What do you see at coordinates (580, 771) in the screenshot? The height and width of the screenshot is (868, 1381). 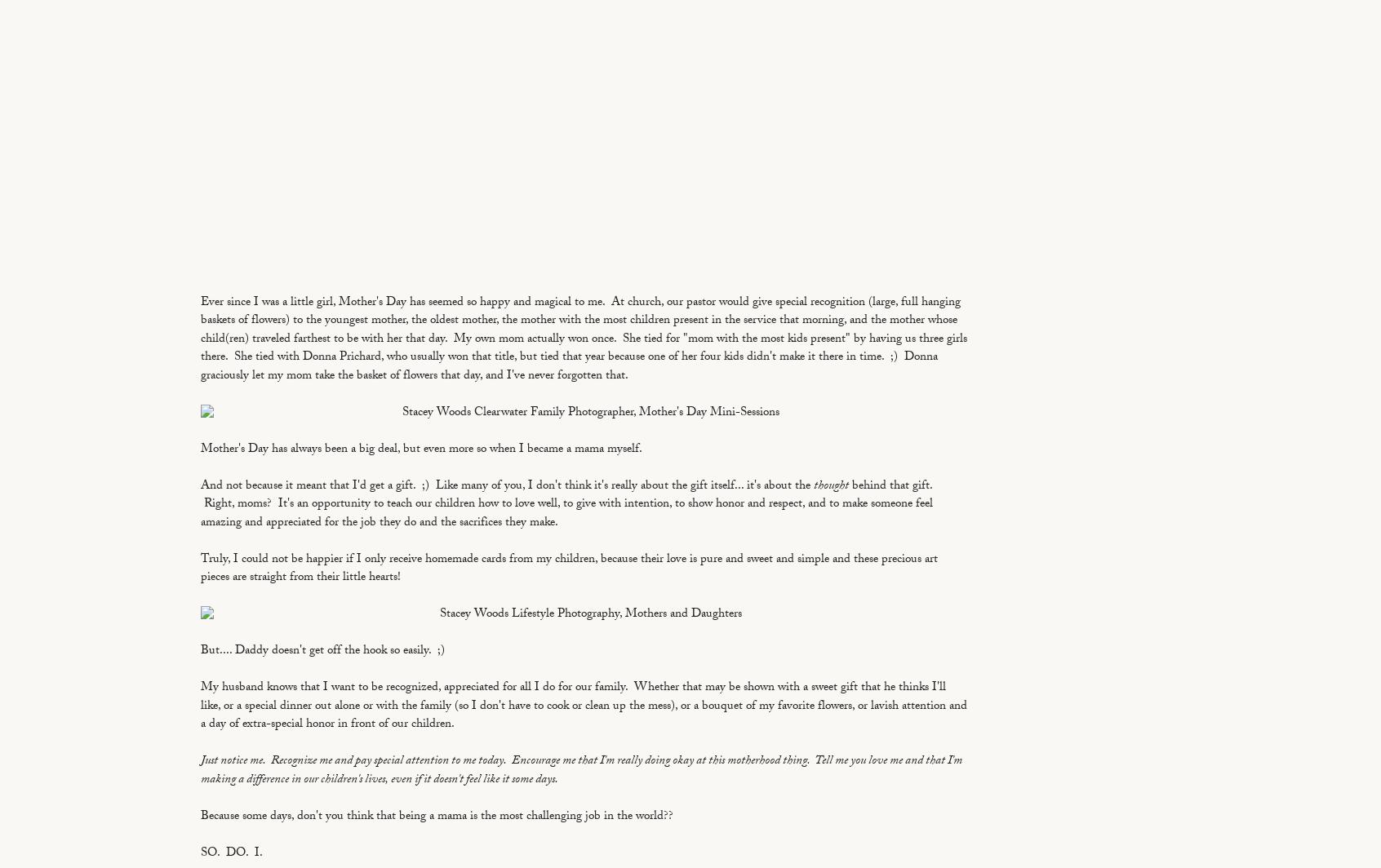 I see `'Just notice me.  Recognize me and pay special attention to me today.  Encourage me that I'm really doing okay at this motherhood thing.  Tell me you love me and that I'm making a difference in our children's lives, even if it doesn't feel like it some days.'` at bounding box center [580, 771].